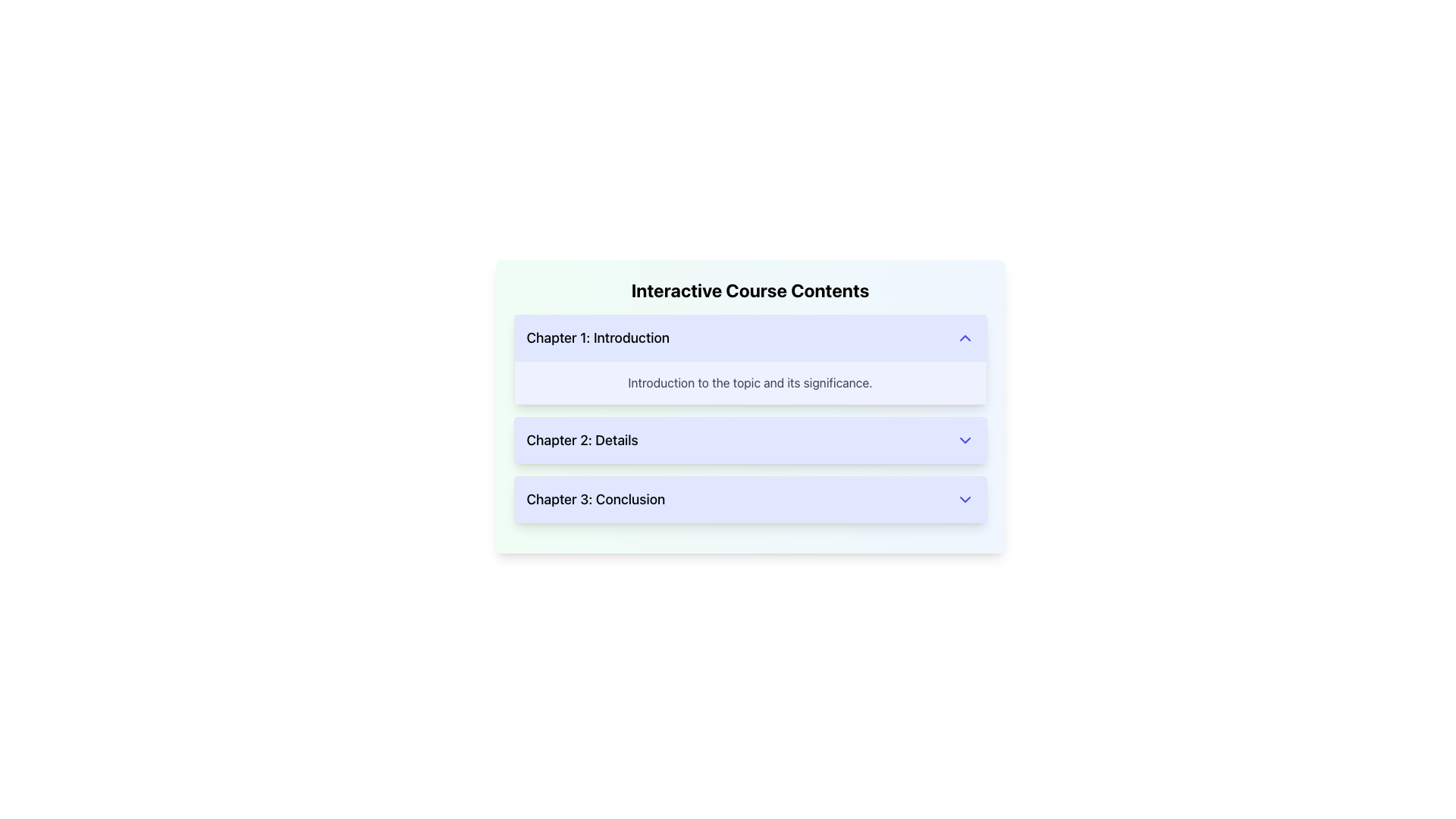 This screenshot has width=1456, height=819. I want to click on title of the chapter displayed in the text label 'Chapter 1: Introduction', which is prominently styled and located at the top of a collapsible list item, so click(597, 337).